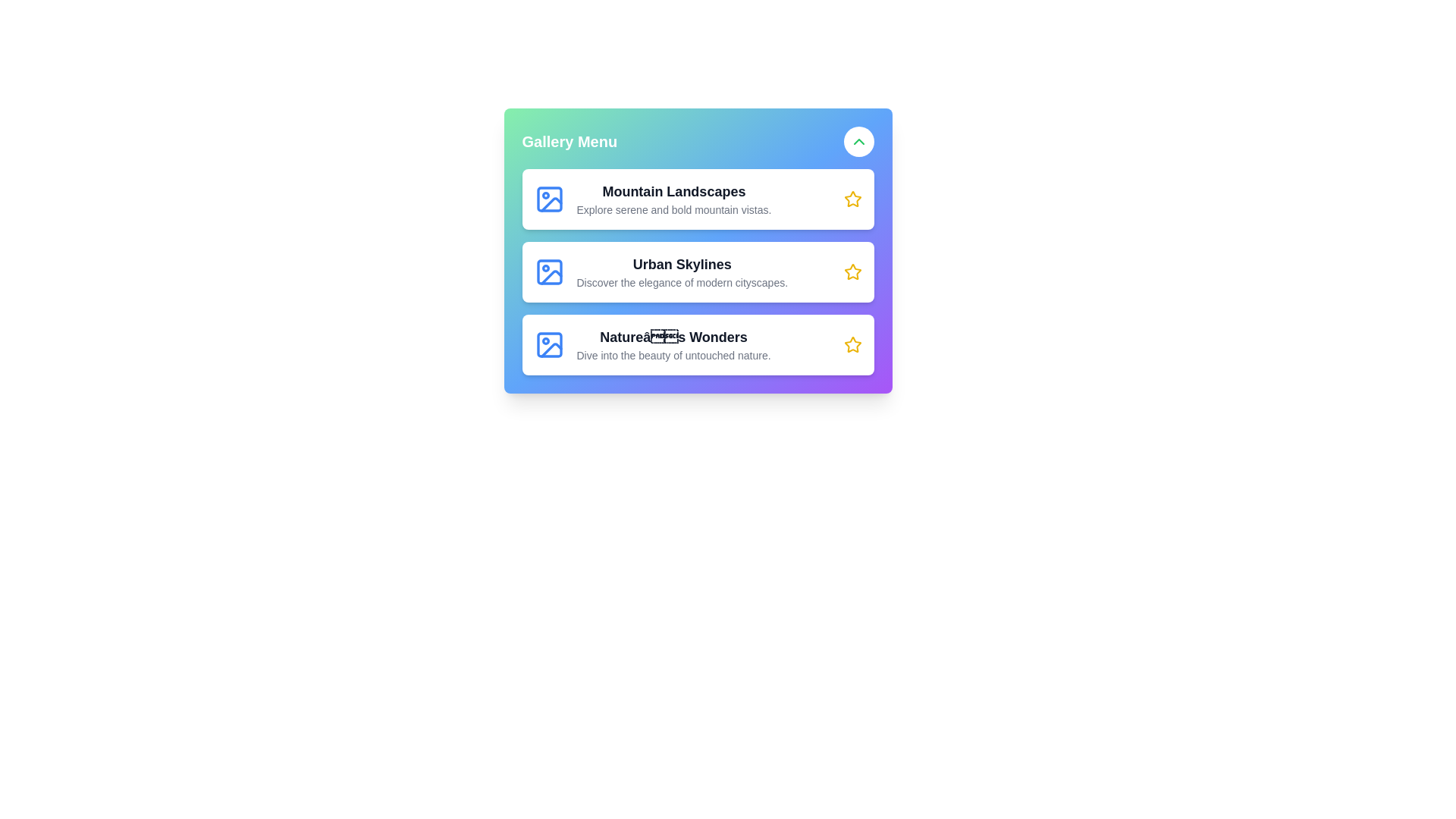 This screenshot has height=819, width=1456. I want to click on the star icon corresponding to the gallery item Mountain Landscapes to mark it as a favorite, so click(852, 198).